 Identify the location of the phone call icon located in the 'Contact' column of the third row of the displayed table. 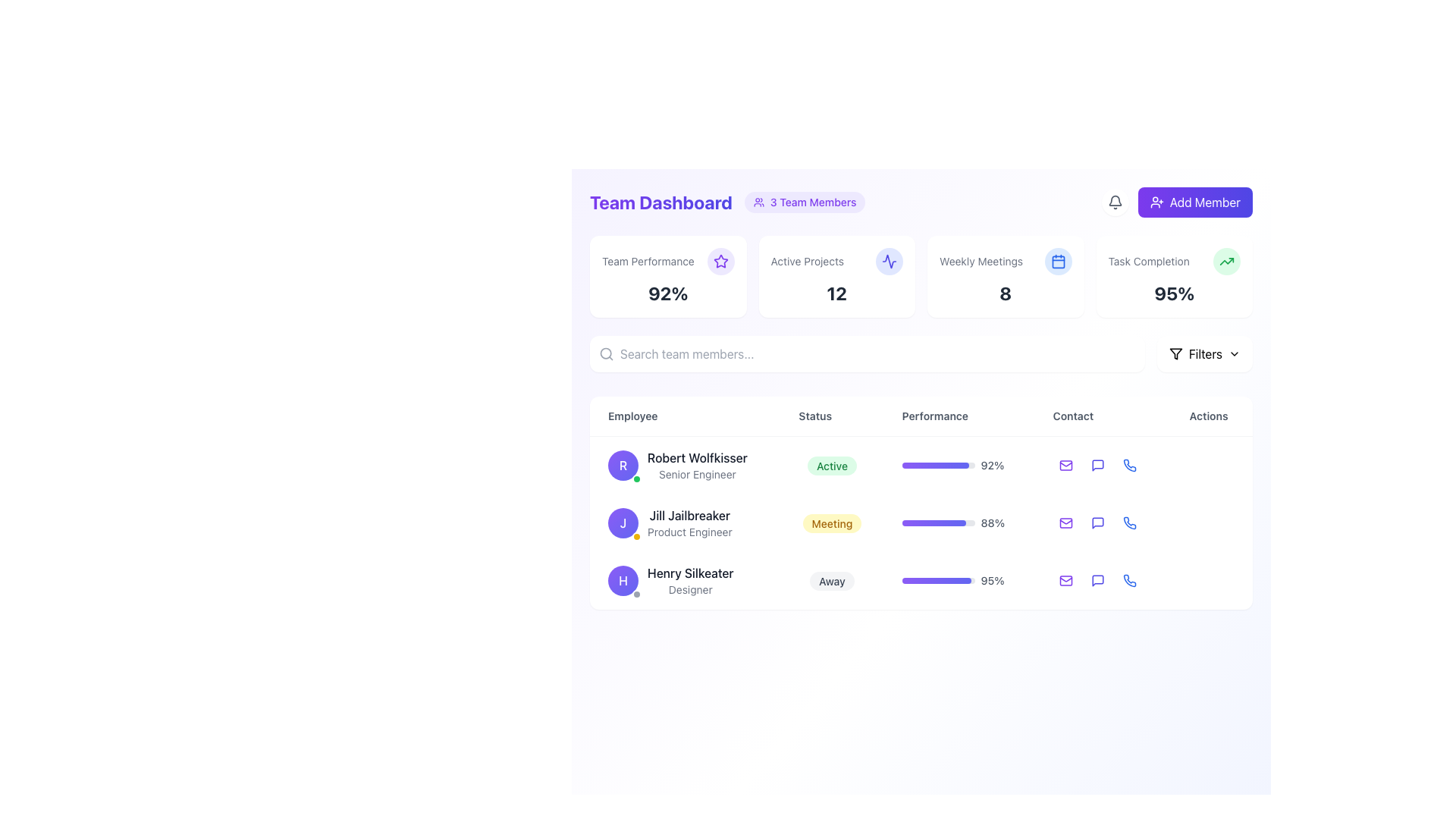
(1129, 580).